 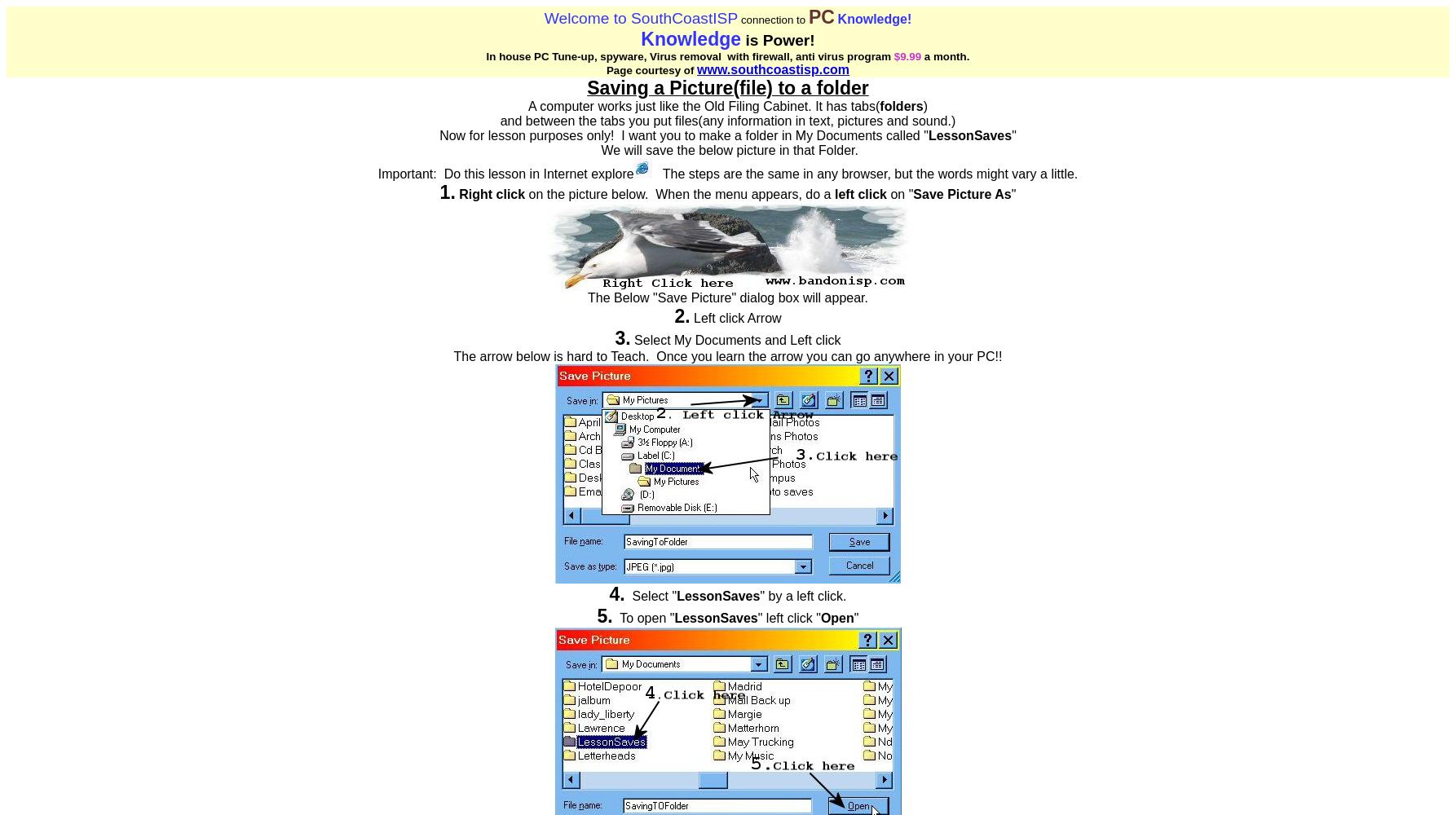 What do you see at coordinates (452, 356) in the screenshot?
I see `'The arrow below is hard to
Teach.  Once you learn the arrow you
can go anywhere in your PC!!'` at bounding box center [452, 356].